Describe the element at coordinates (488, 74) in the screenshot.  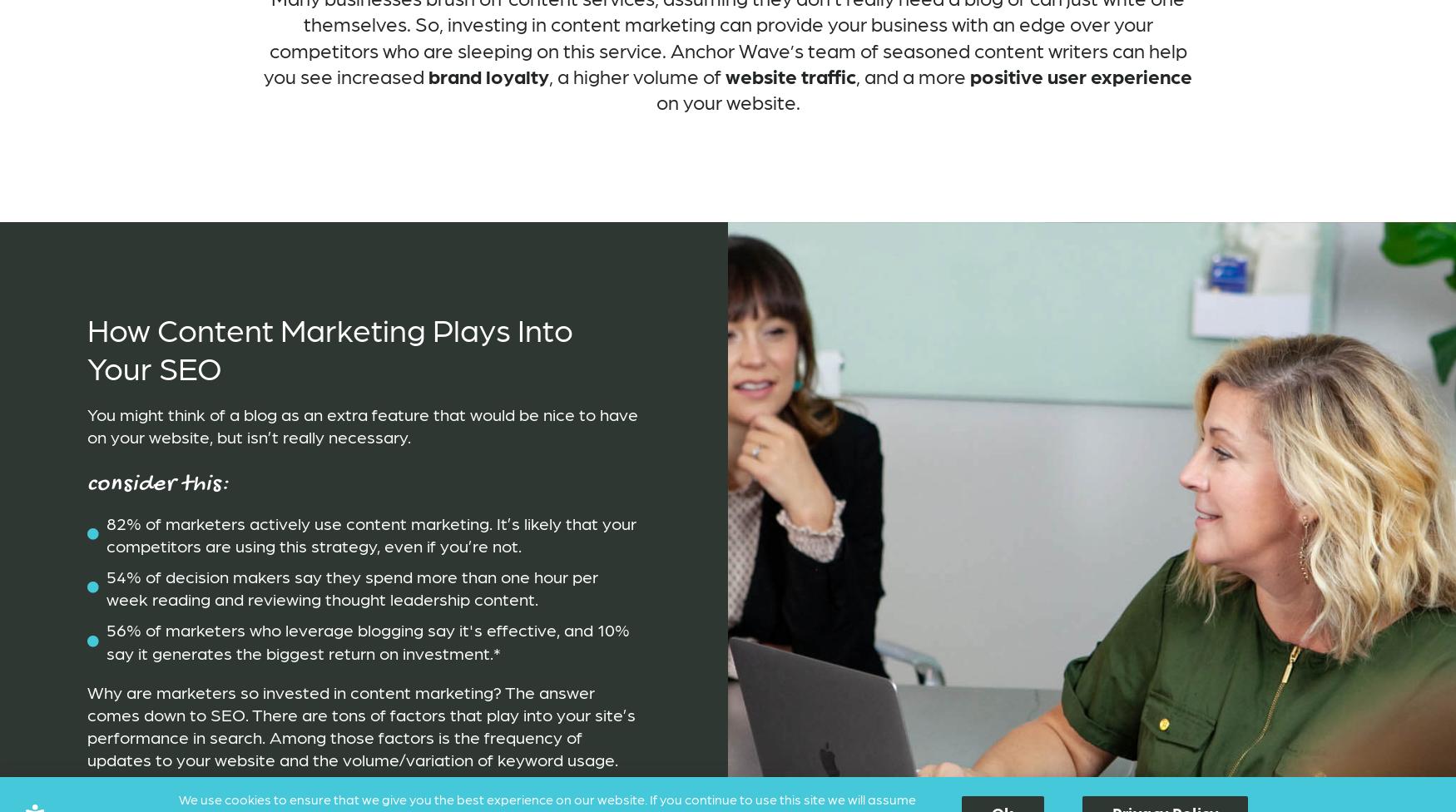
I see `'brand loyalty'` at that location.